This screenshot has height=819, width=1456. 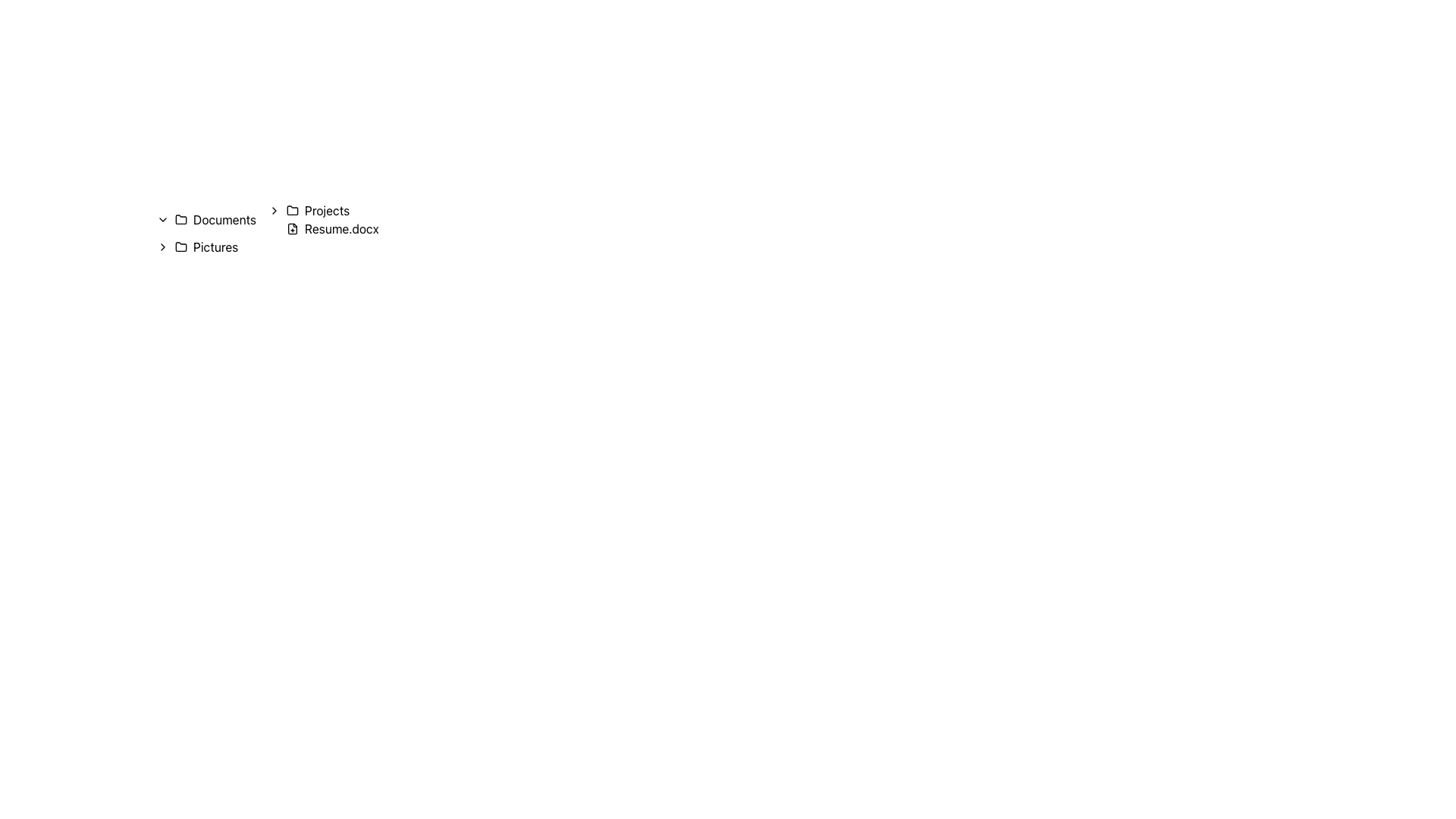 What do you see at coordinates (181, 219) in the screenshot?
I see `the folder icon located next to the 'Documents' text` at bounding box center [181, 219].